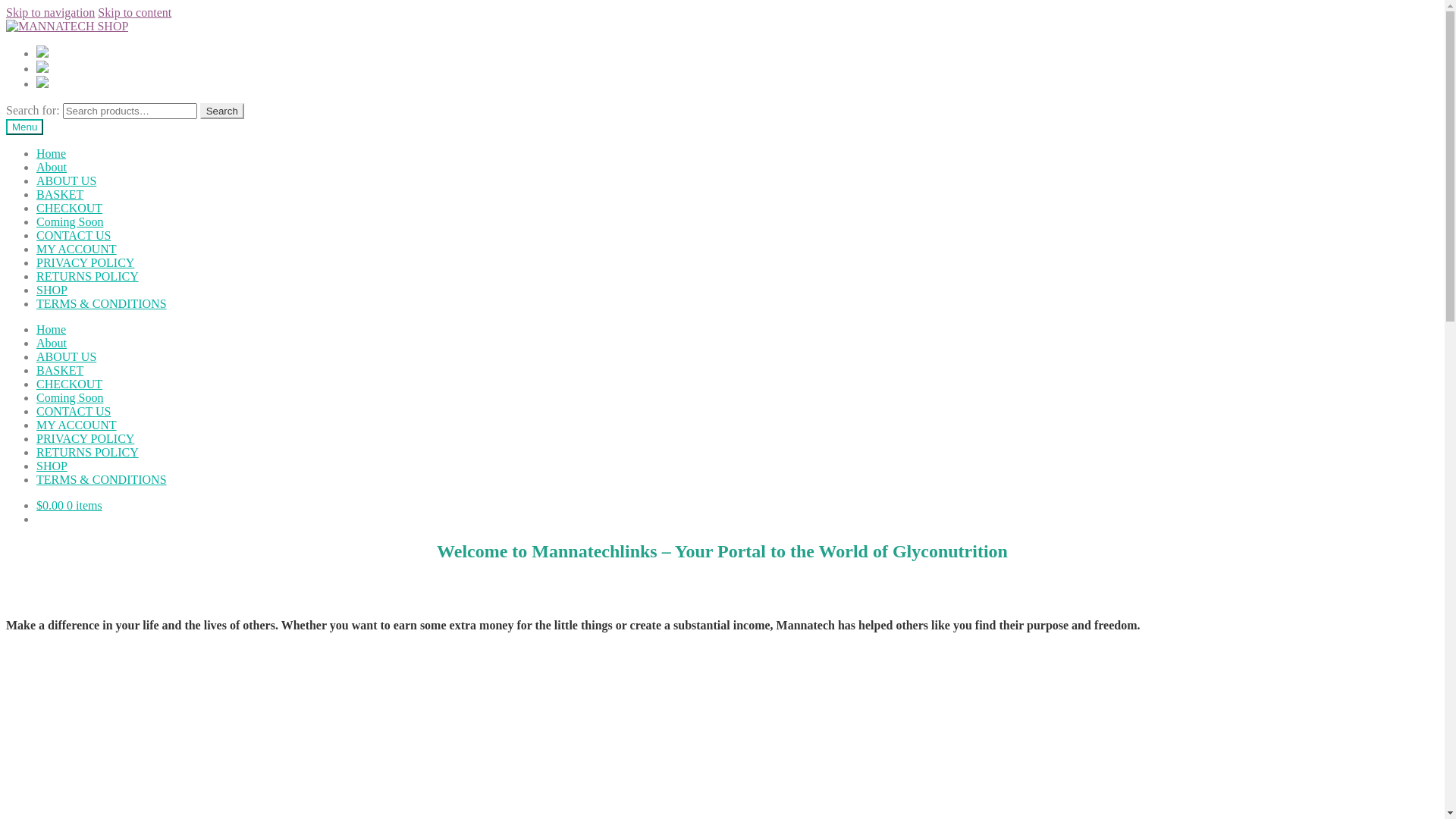 The height and width of the screenshot is (819, 1456). Describe the element at coordinates (97, 12) in the screenshot. I see `'Skip to content'` at that location.